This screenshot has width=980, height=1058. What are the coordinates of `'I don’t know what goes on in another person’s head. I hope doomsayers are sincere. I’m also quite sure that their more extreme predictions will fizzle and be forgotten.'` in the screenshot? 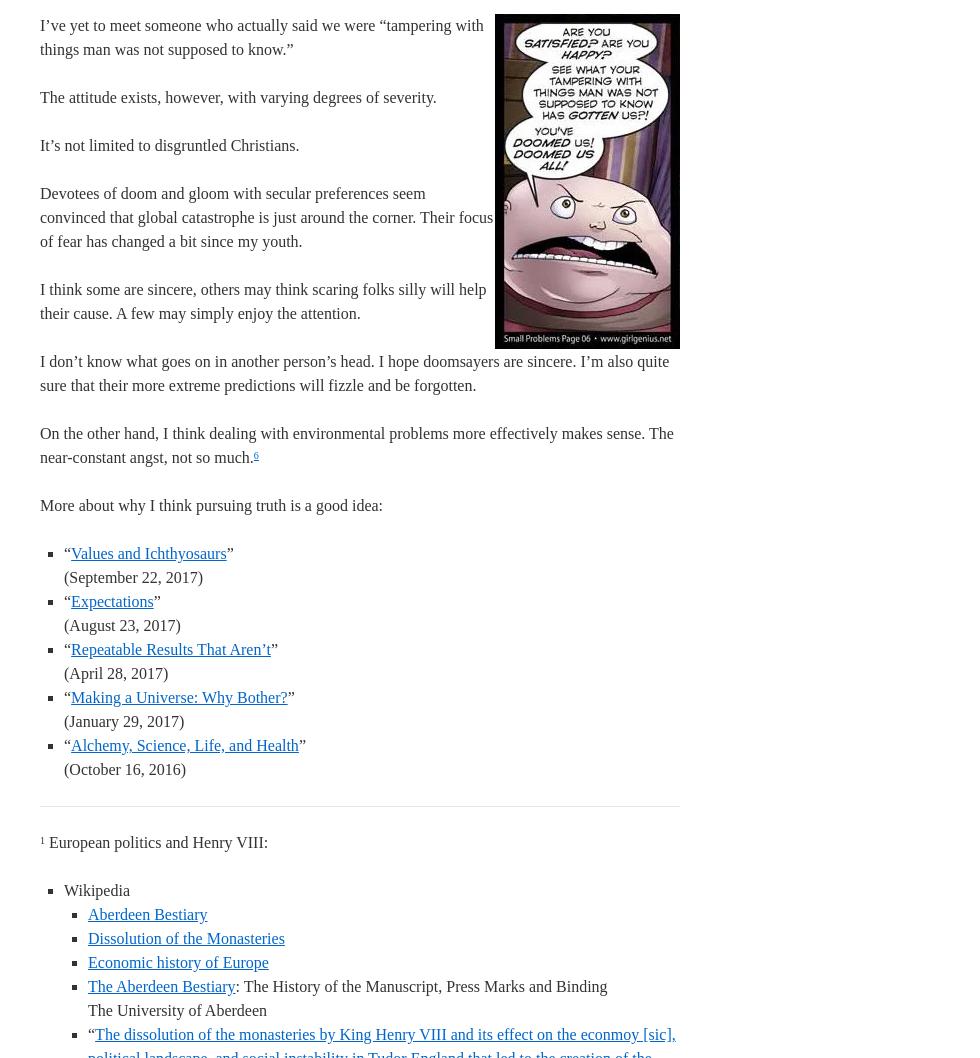 It's located at (354, 373).